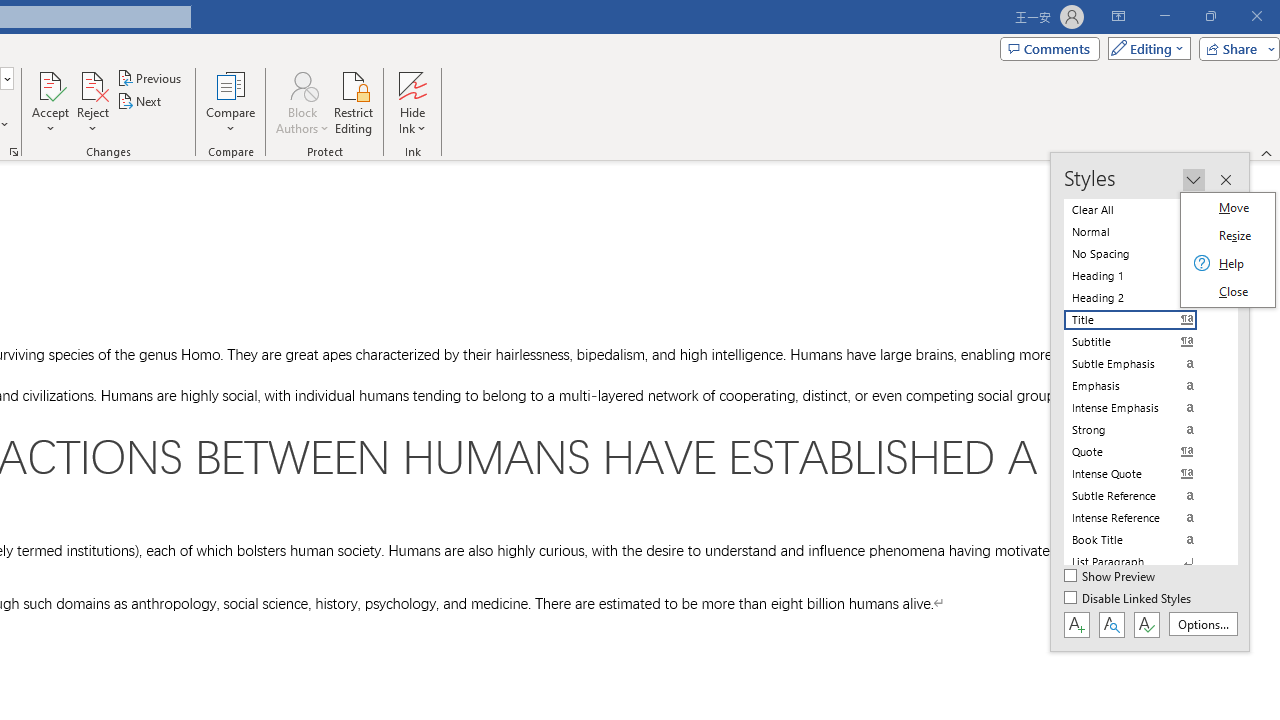 Image resolution: width=1280 pixels, height=720 pixels. Describe the element at coordinates (1142, 474) in the screenshot. I see `'Intense Quote'` at that location.